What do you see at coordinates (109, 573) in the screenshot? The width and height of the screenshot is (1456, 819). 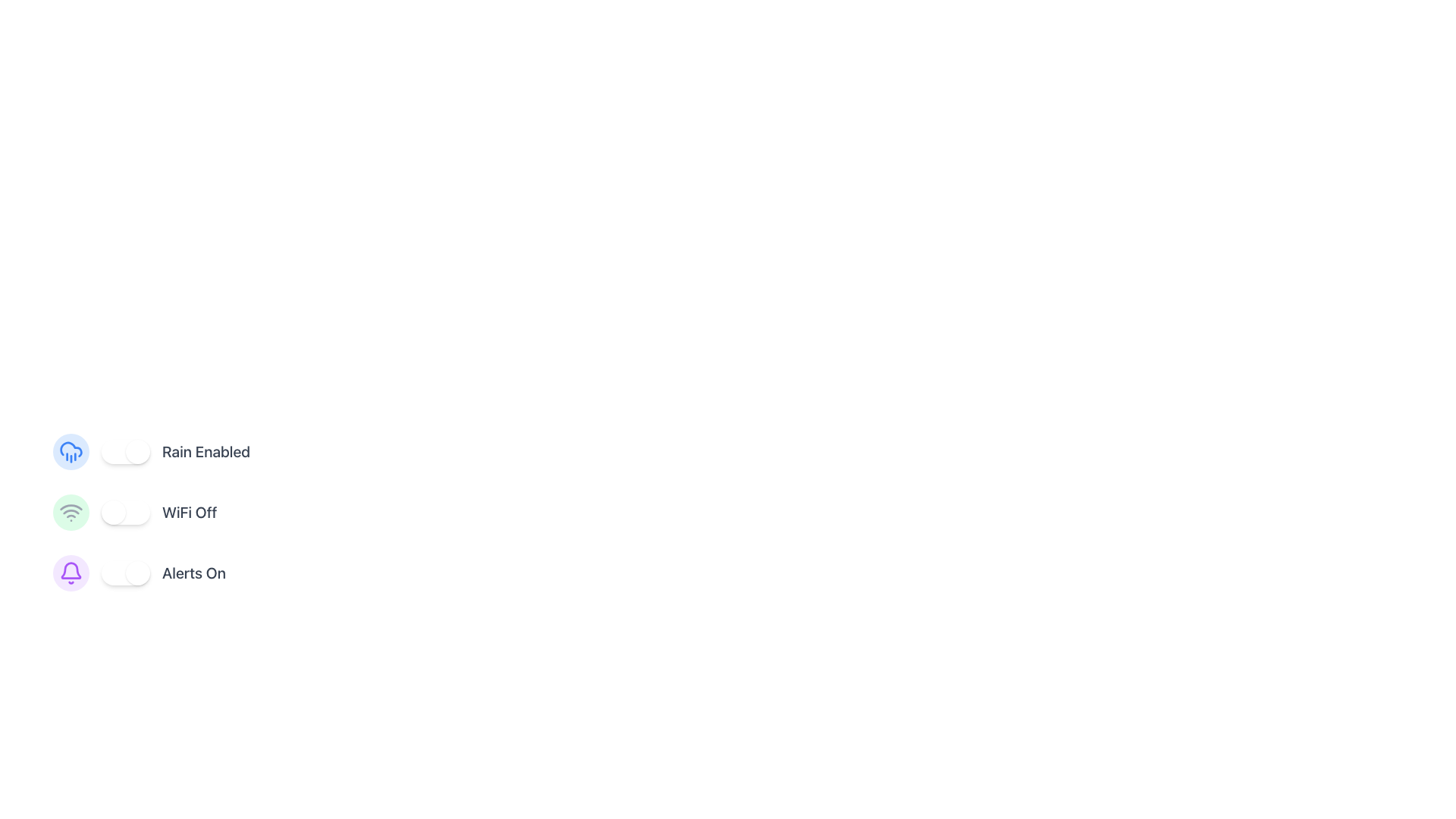 I see `the toggle switch` at bounding box center [109, 573].